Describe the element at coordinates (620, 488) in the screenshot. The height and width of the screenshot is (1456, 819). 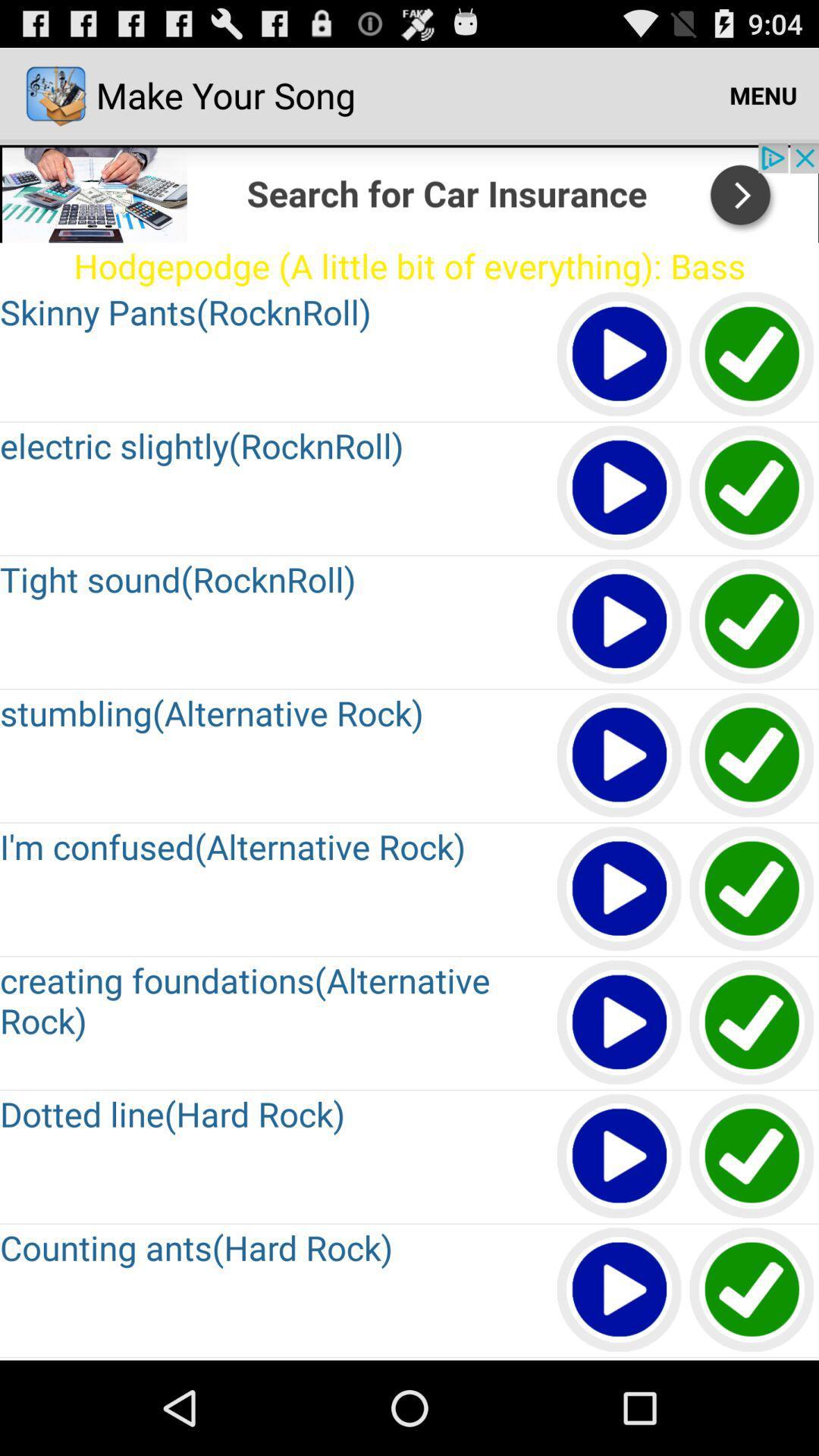
I see `the video` at that location.